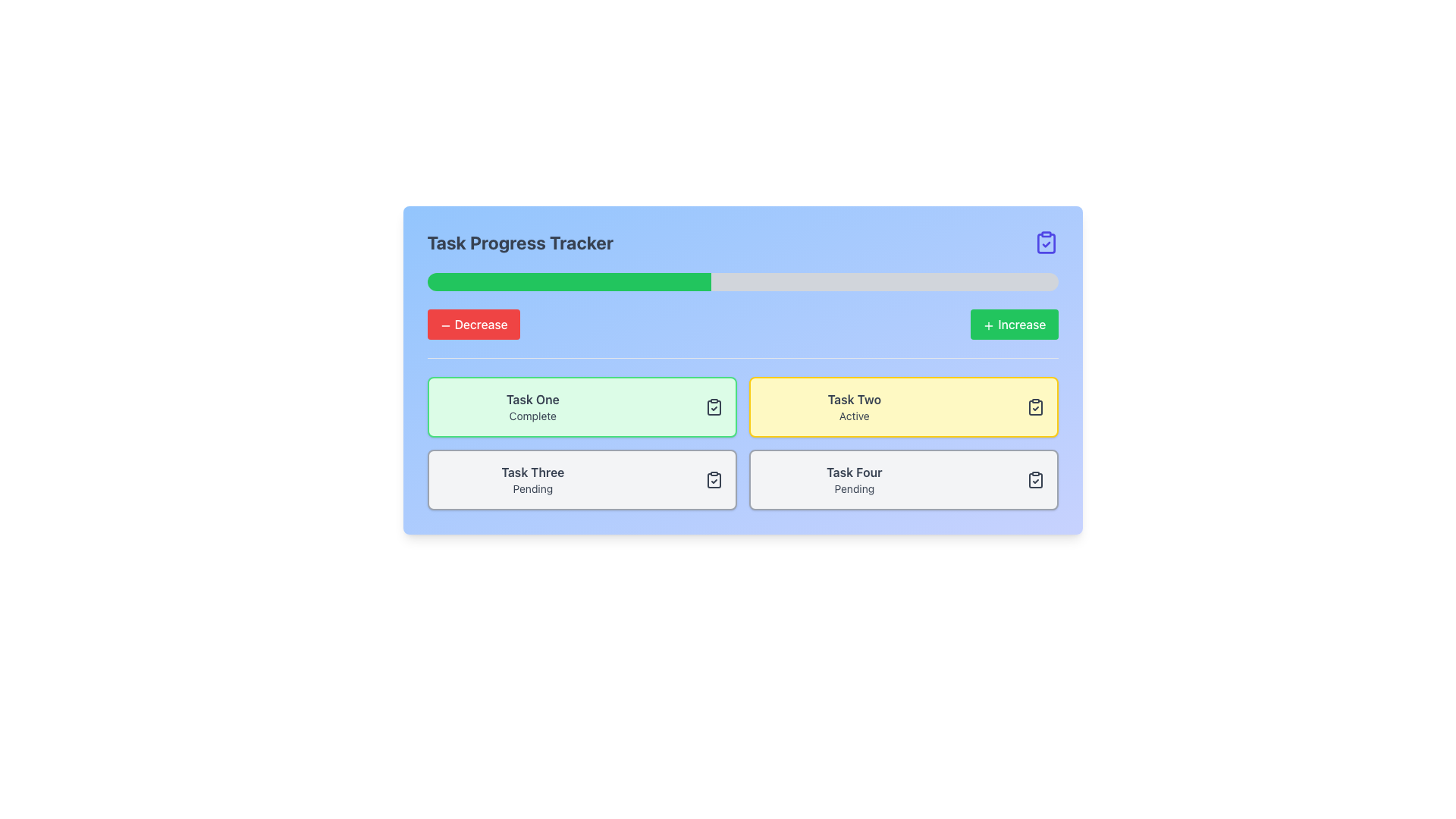 The height and width of the screenshot is (819, 1456). I want to click on the text label displaying 'Pending' located in the lower section of the panel for 'Task Four' in the bottom-right grid cell of the task grid layout, so click(854, 488).